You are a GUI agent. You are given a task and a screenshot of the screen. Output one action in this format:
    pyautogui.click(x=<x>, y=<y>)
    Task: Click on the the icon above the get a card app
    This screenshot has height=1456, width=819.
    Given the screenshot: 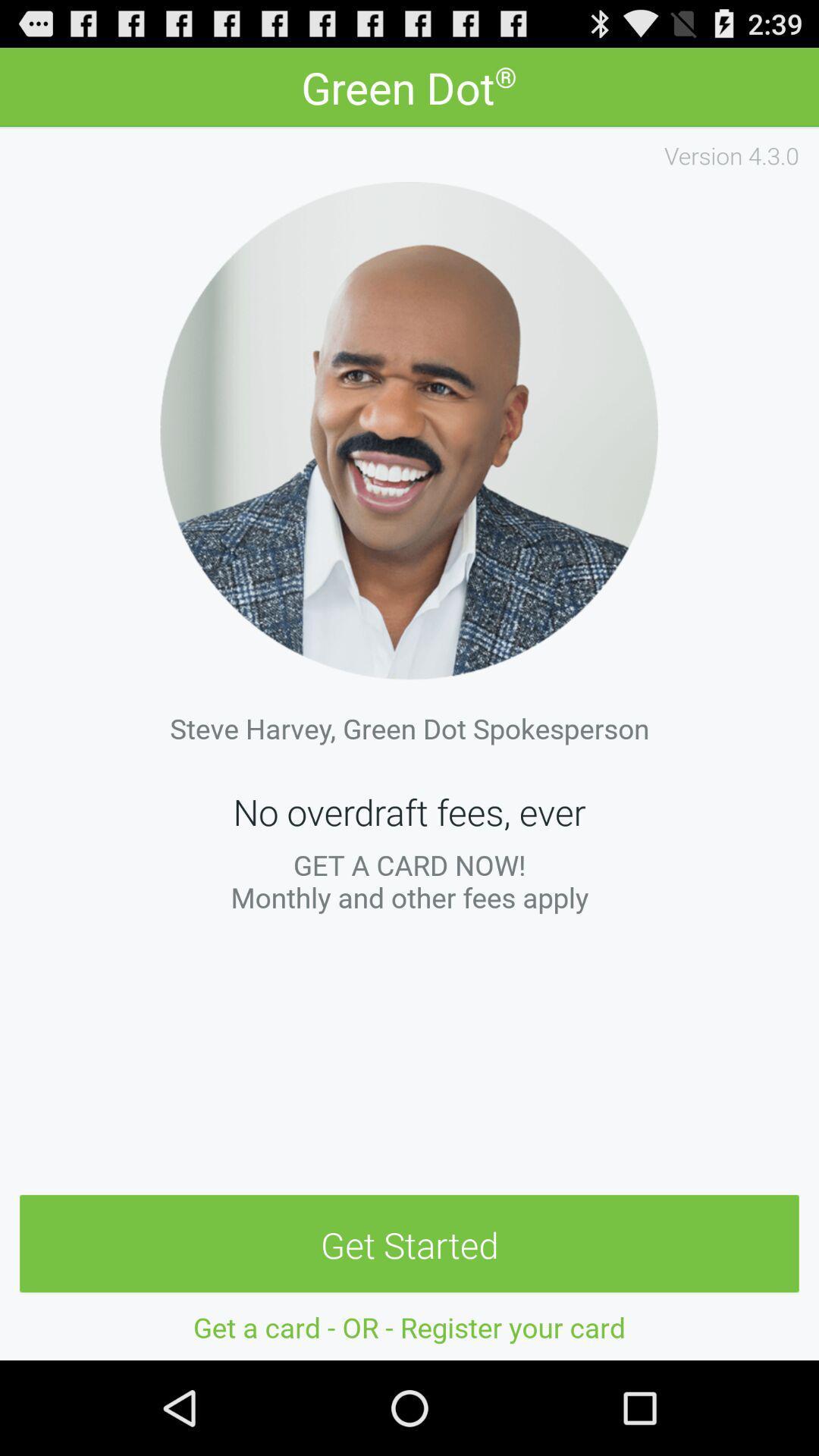 What is the action you would take?
    pyautogui.click(x=409, y=1244)
    